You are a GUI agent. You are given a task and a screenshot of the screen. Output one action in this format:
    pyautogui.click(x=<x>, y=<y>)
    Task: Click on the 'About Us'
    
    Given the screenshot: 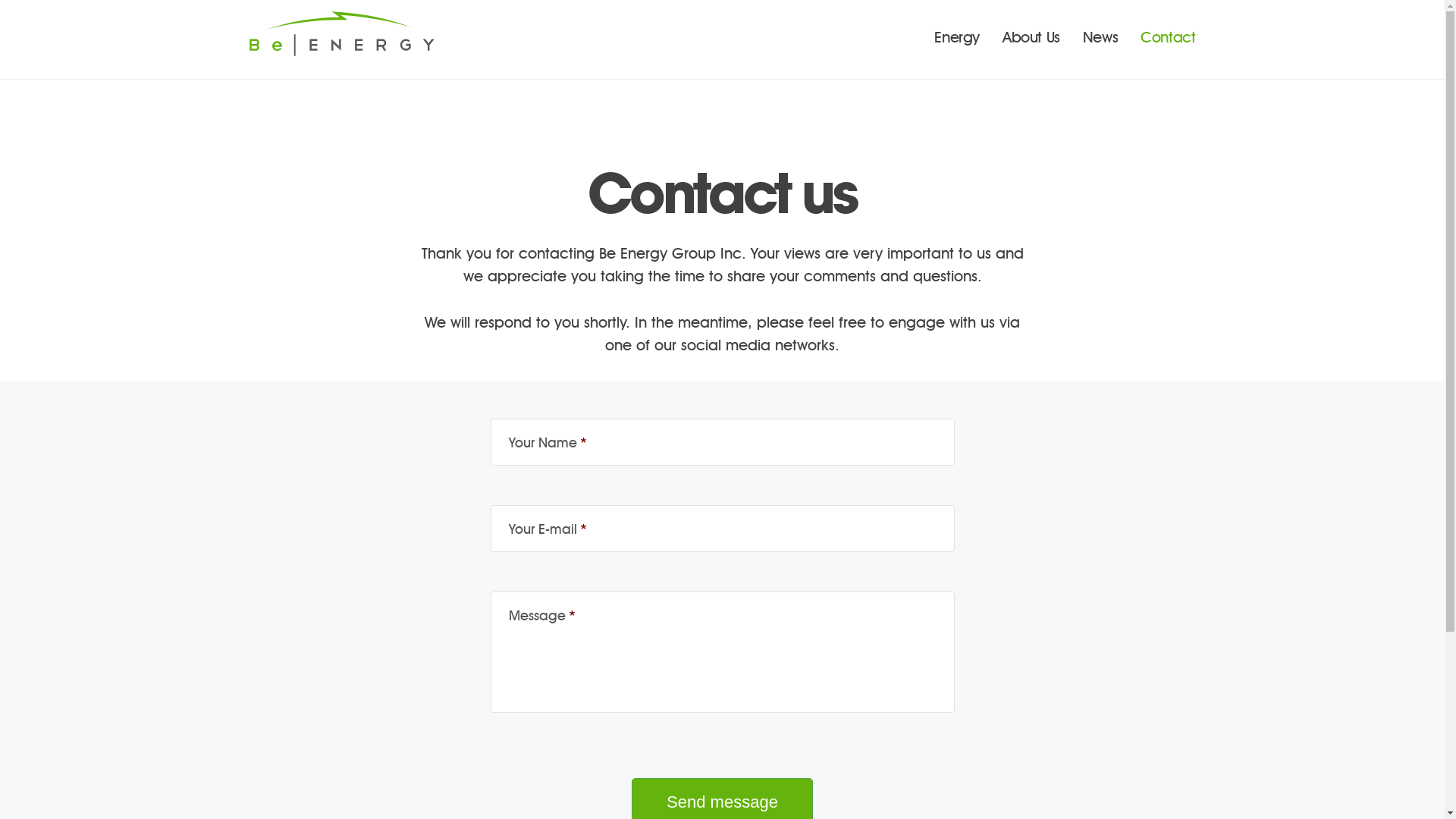 What is the action you would take?
    pyautogui.click(x=1031, y=37)
    